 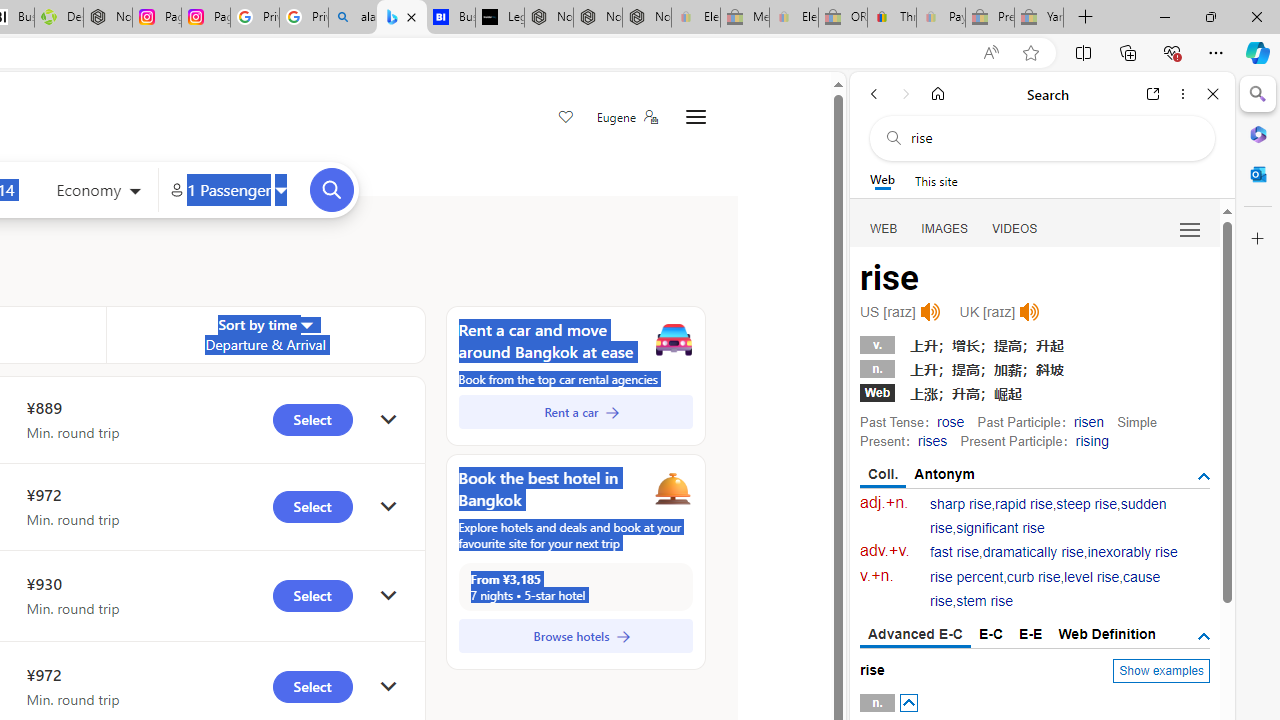 What do you see at coordinates (1202, 636) in the screenshot?
I see `'AutomationID: tgdef'` at bounding box center [1202, 636].